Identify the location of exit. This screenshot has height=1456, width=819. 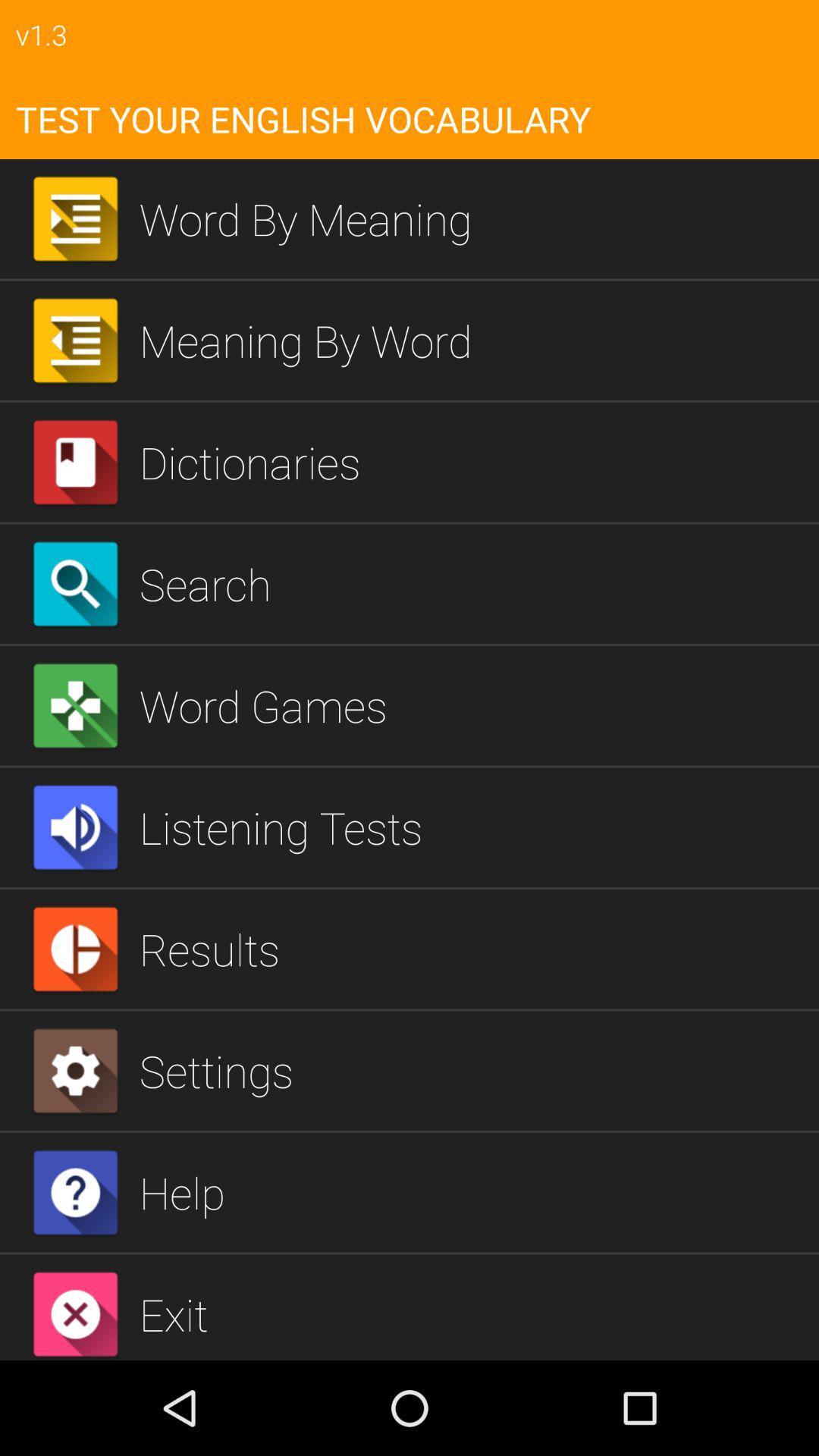
(472, 1313).